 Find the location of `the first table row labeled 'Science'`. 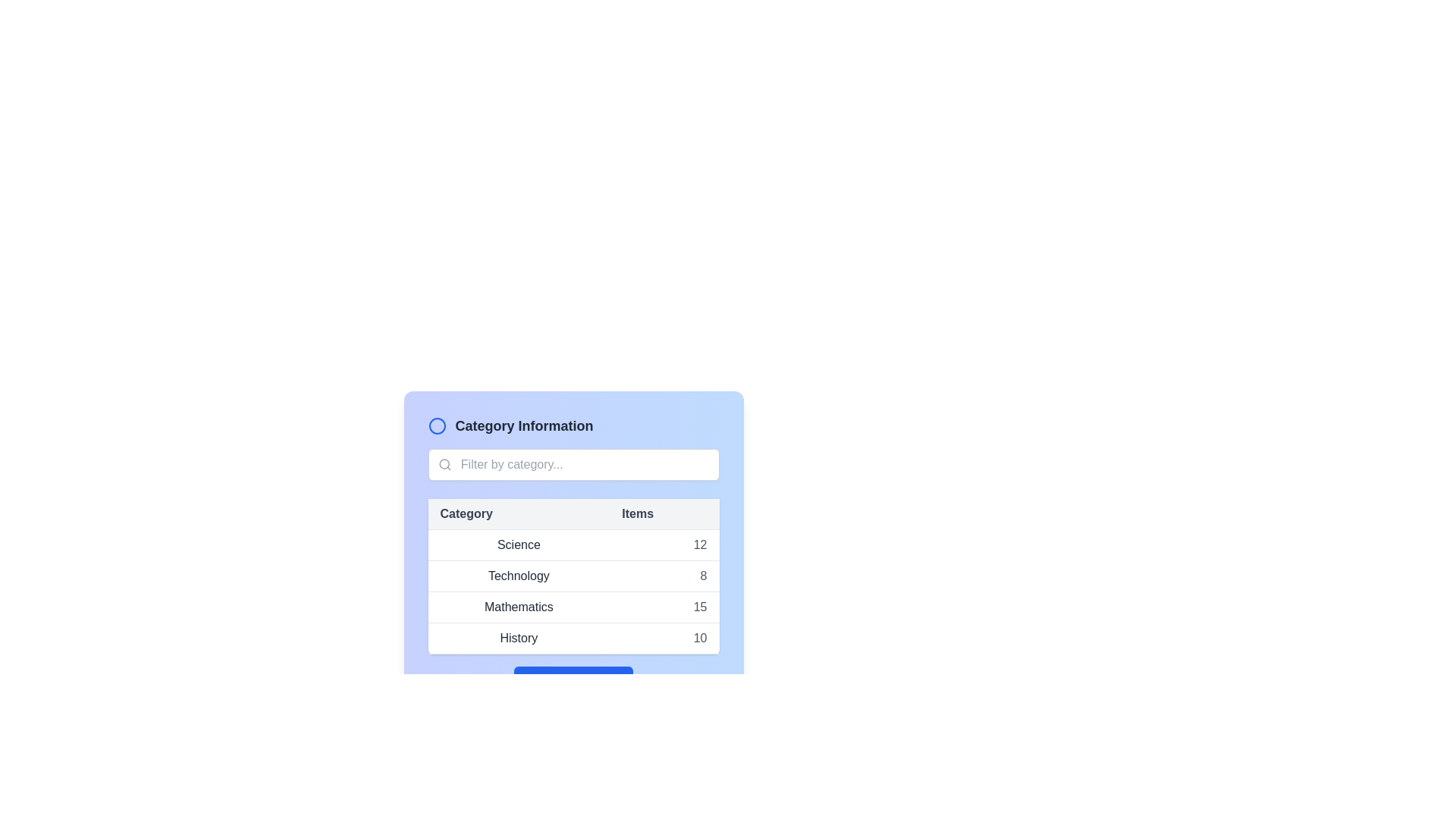

the first table row labeled 'Science' is located at coordinates (573, 544).